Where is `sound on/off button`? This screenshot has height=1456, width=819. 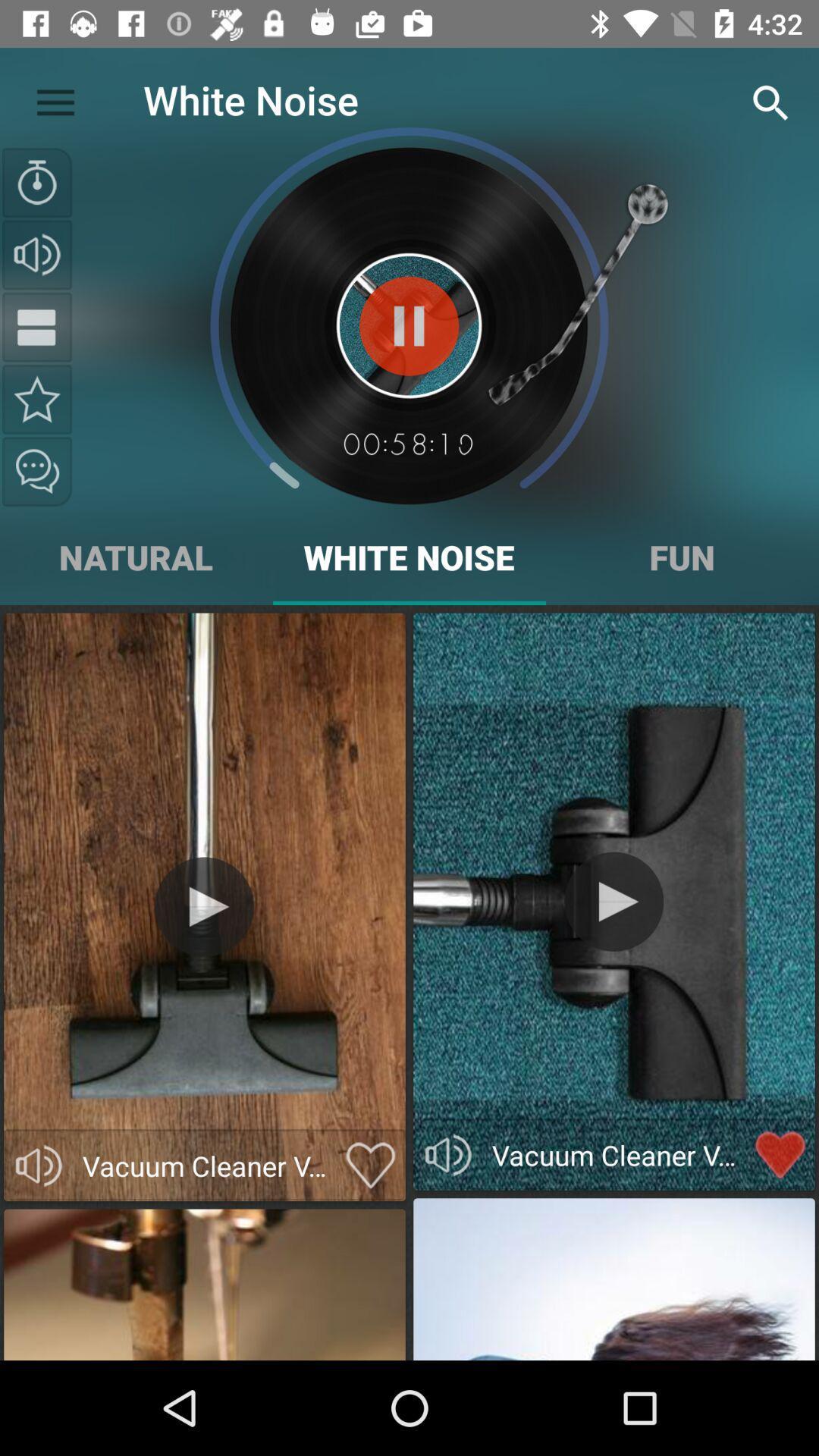 sound on/off button is located at coordinates (36, 255).